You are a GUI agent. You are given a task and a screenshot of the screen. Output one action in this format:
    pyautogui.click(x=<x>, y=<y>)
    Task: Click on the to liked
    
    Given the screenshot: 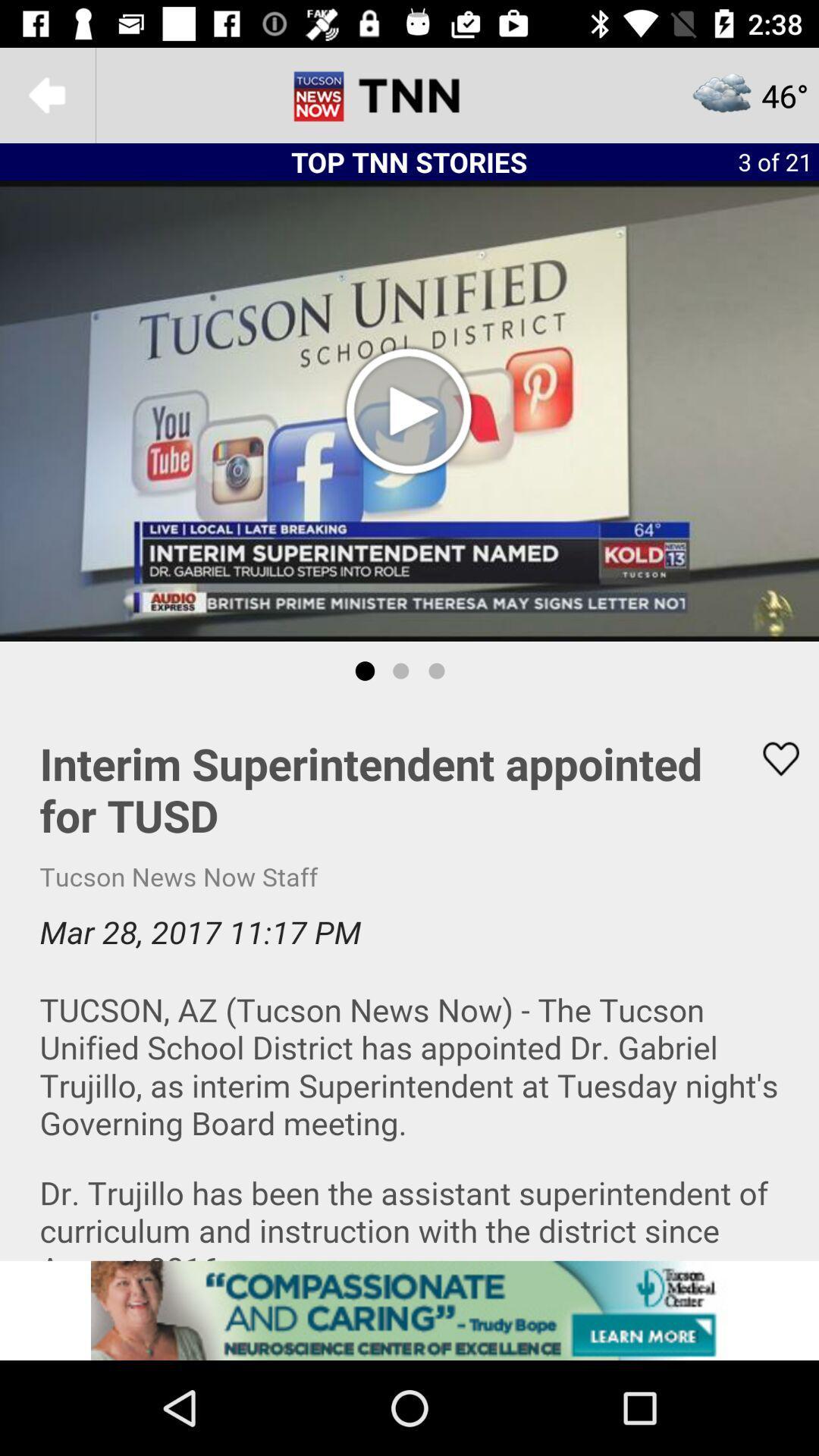 What is the action you would take?
    pyautogui.click(x=771, y=758)
    